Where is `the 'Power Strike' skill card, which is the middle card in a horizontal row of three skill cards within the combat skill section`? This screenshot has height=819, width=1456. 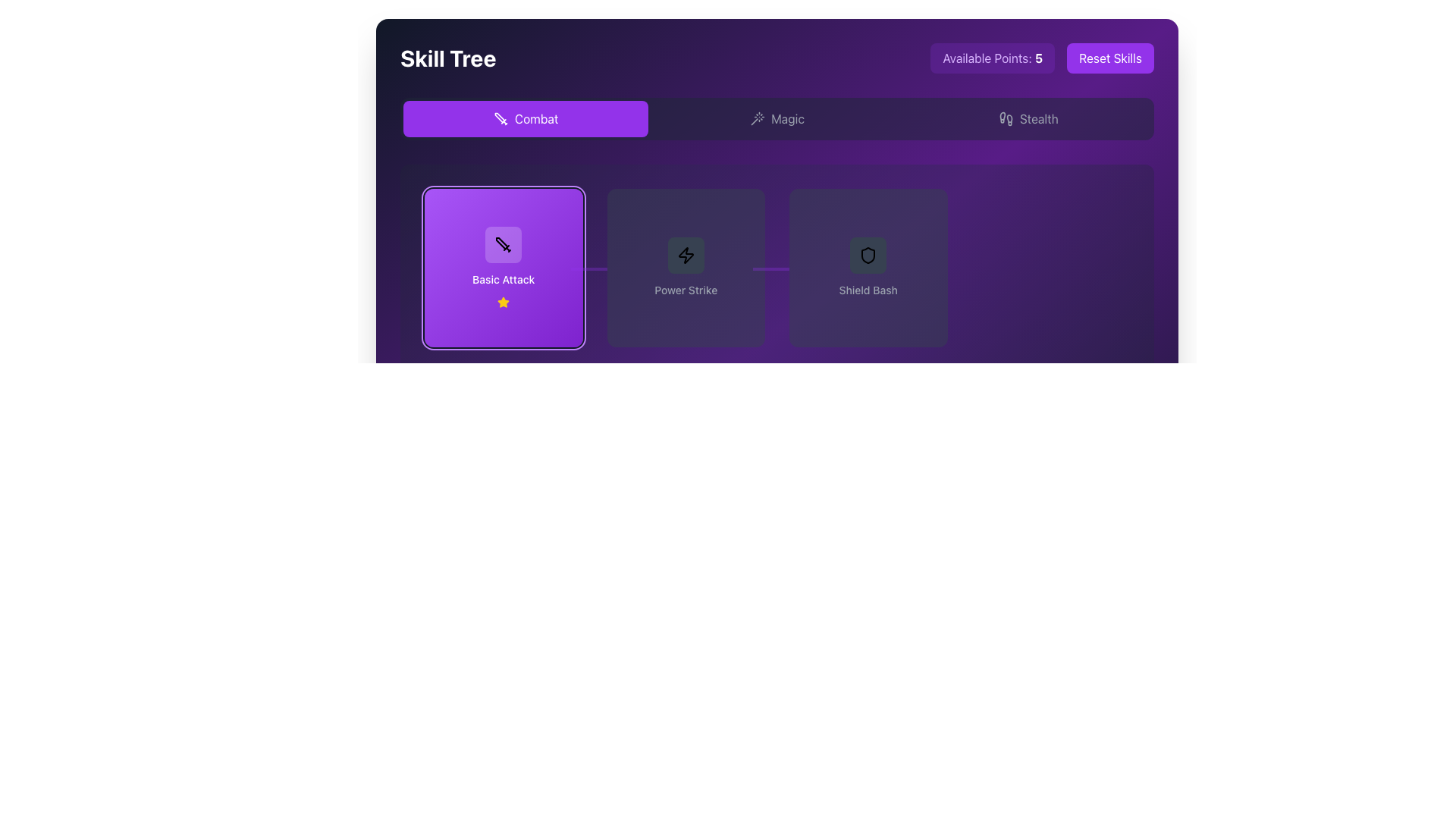 the 'Power Strike' skill card, which is the middle card in a horizontal row of three skill cards within the combat skill section is located at coordinates (685, 267).